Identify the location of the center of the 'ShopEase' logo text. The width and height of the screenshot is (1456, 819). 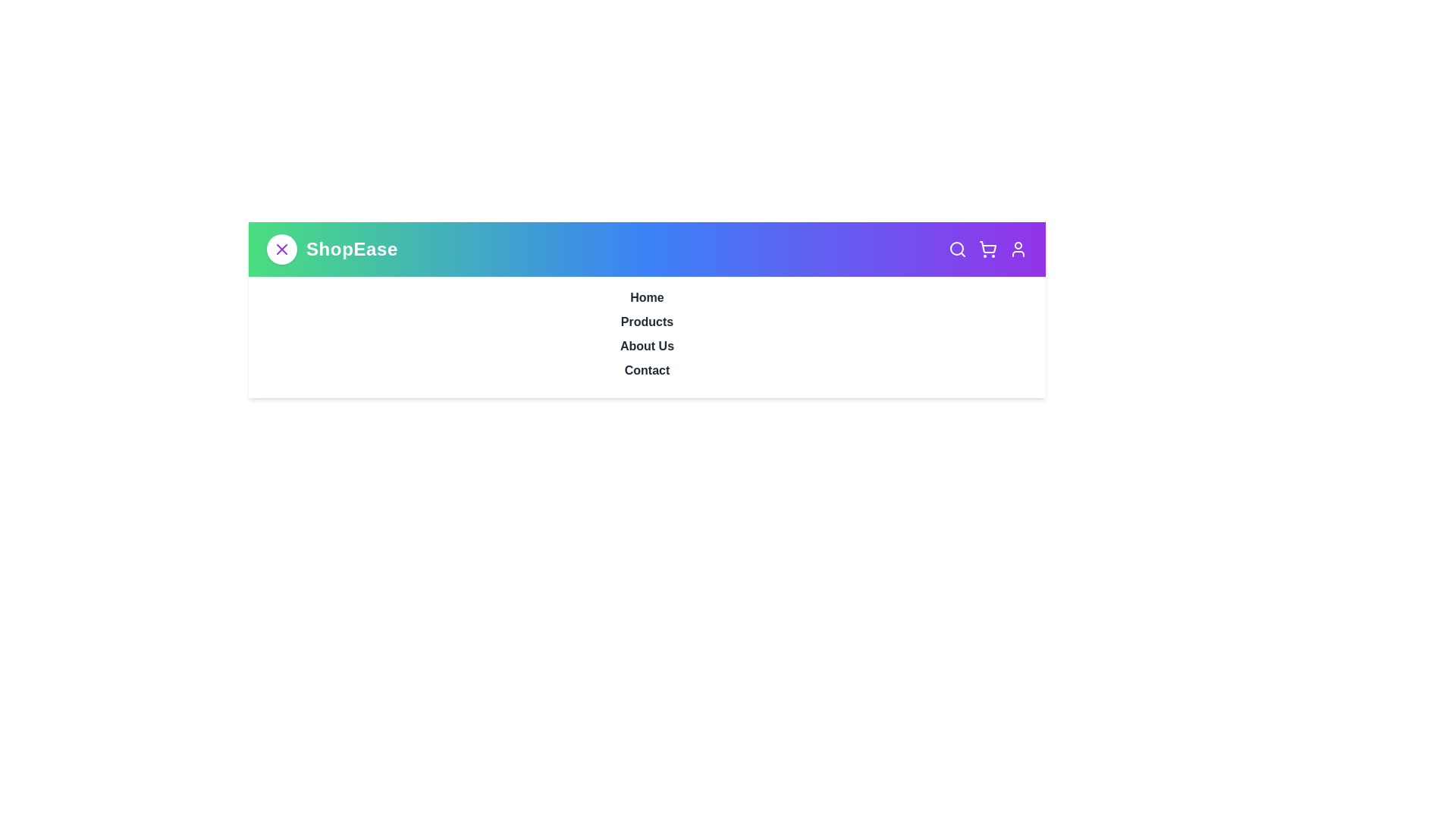
(351, 248).